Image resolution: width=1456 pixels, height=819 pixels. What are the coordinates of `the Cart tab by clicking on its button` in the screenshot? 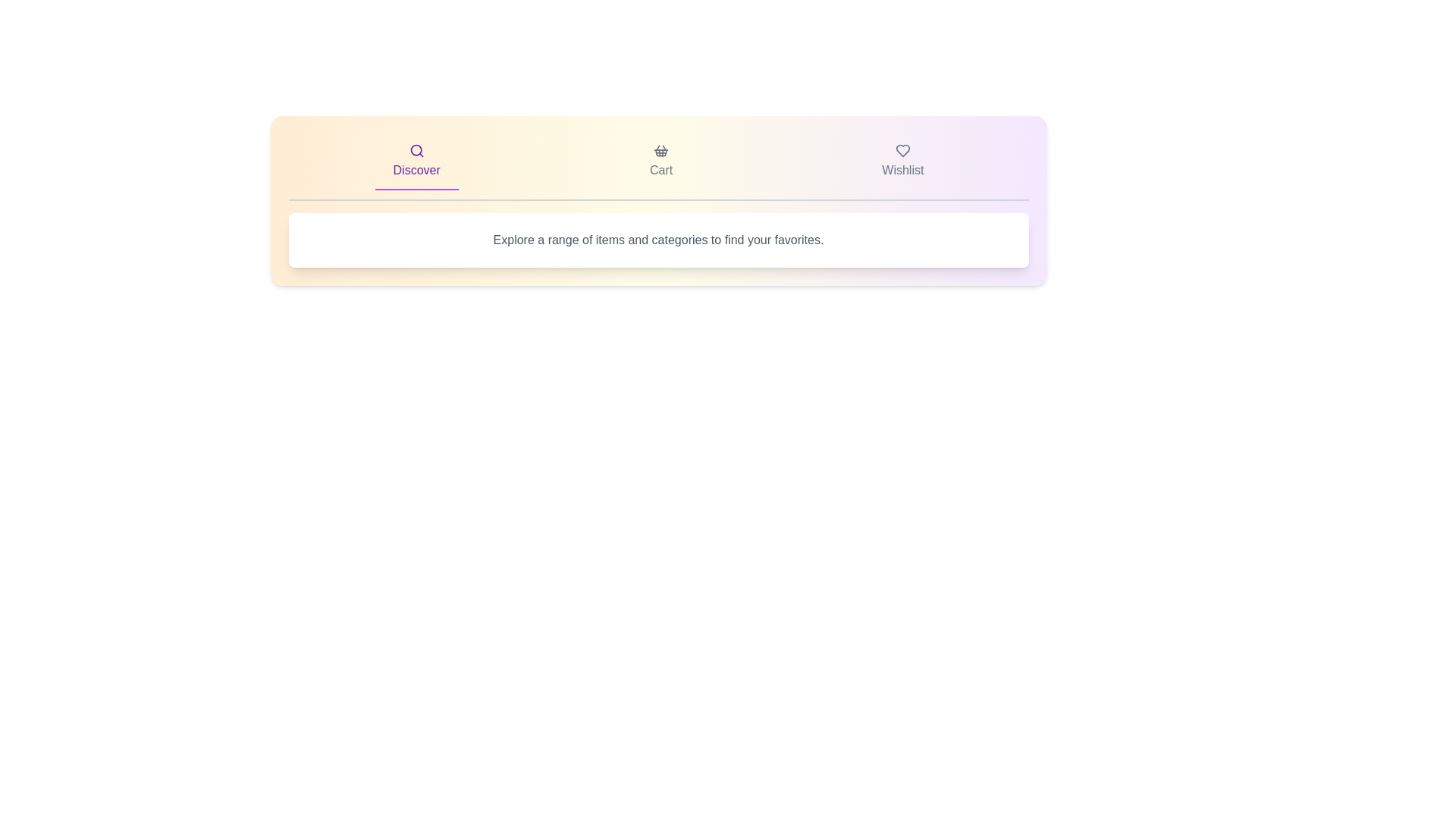 It's located at (661, 162).